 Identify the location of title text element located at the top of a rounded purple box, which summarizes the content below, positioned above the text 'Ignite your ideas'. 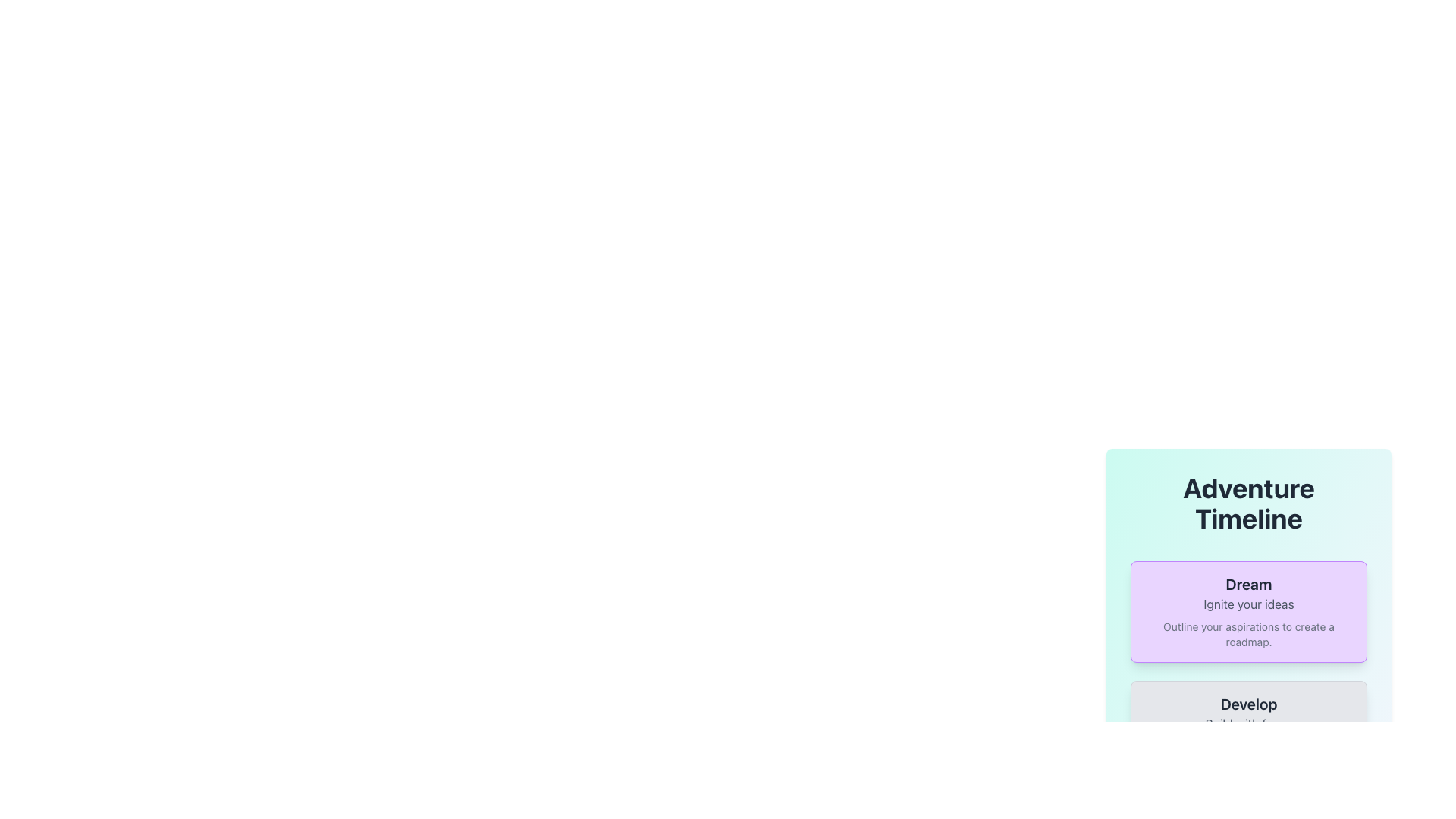
(1248, 584).